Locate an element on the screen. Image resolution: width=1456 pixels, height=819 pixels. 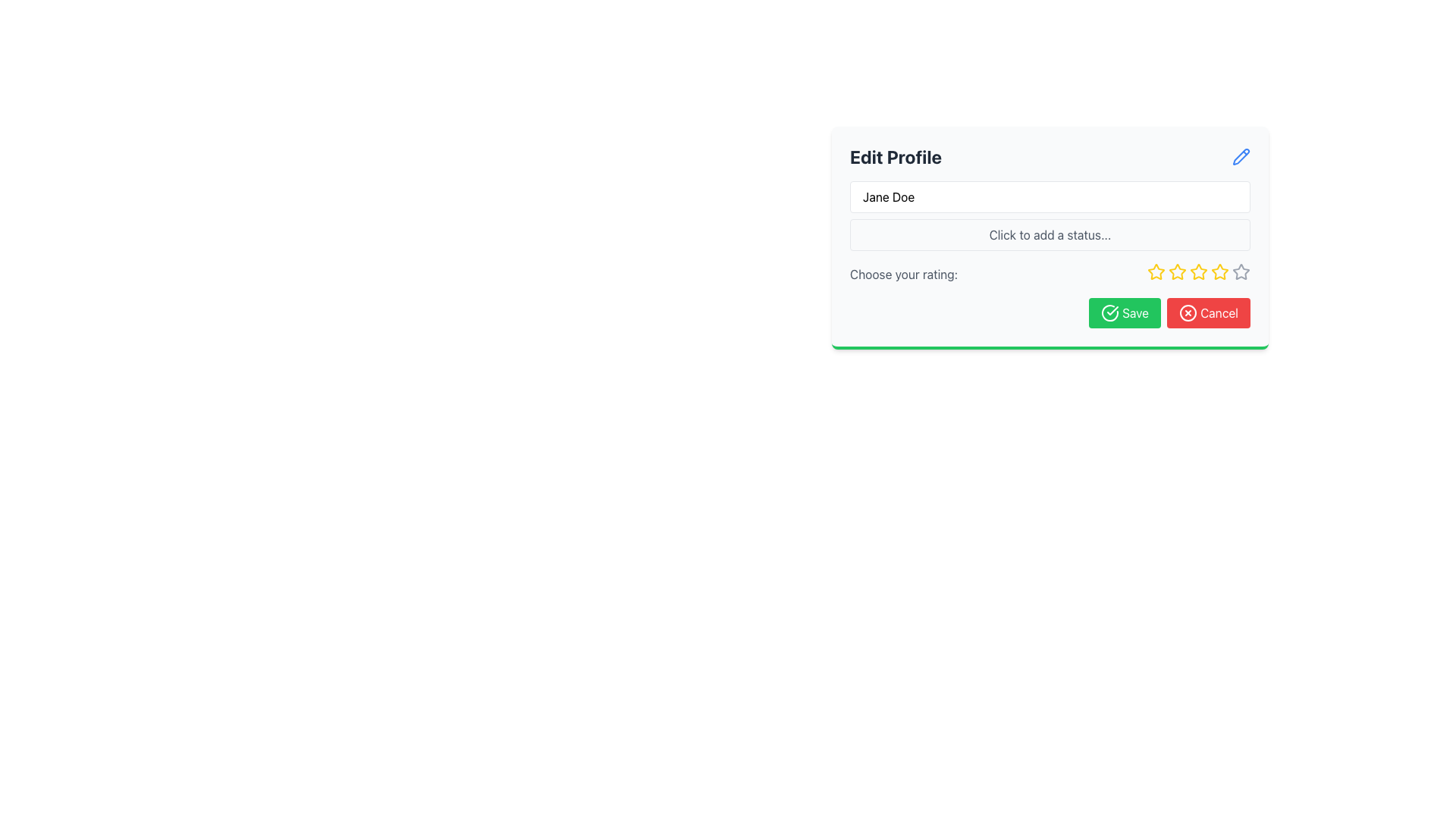
the third yellow rating star to select the second level of rating is located at coordinates (1177, 271).